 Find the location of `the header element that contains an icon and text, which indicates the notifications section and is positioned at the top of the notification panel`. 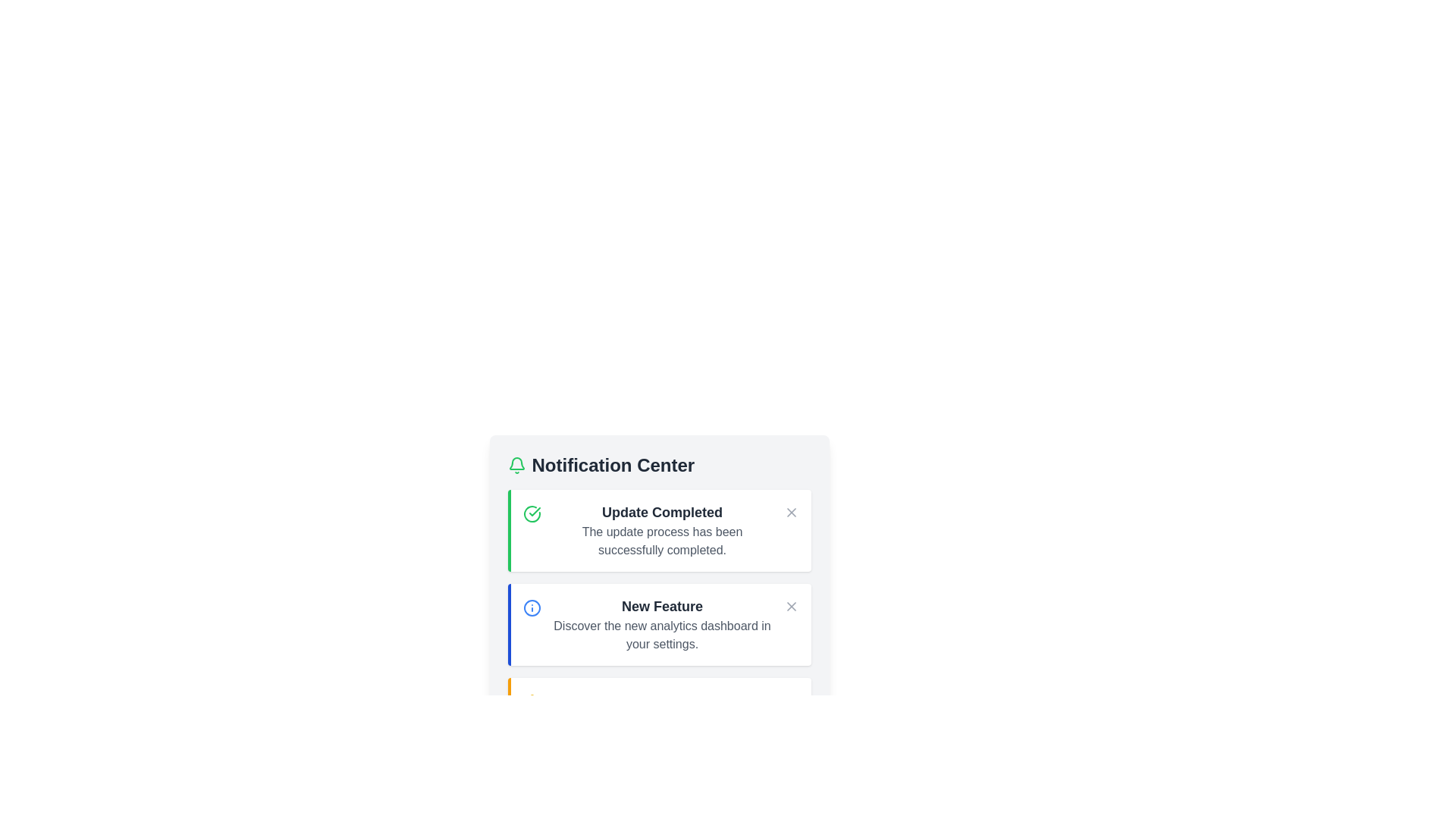

the header element that contains an icon and text, which indicates the notifications section and is positioned at the top of the notification panel is located at coordinates (659, 464).